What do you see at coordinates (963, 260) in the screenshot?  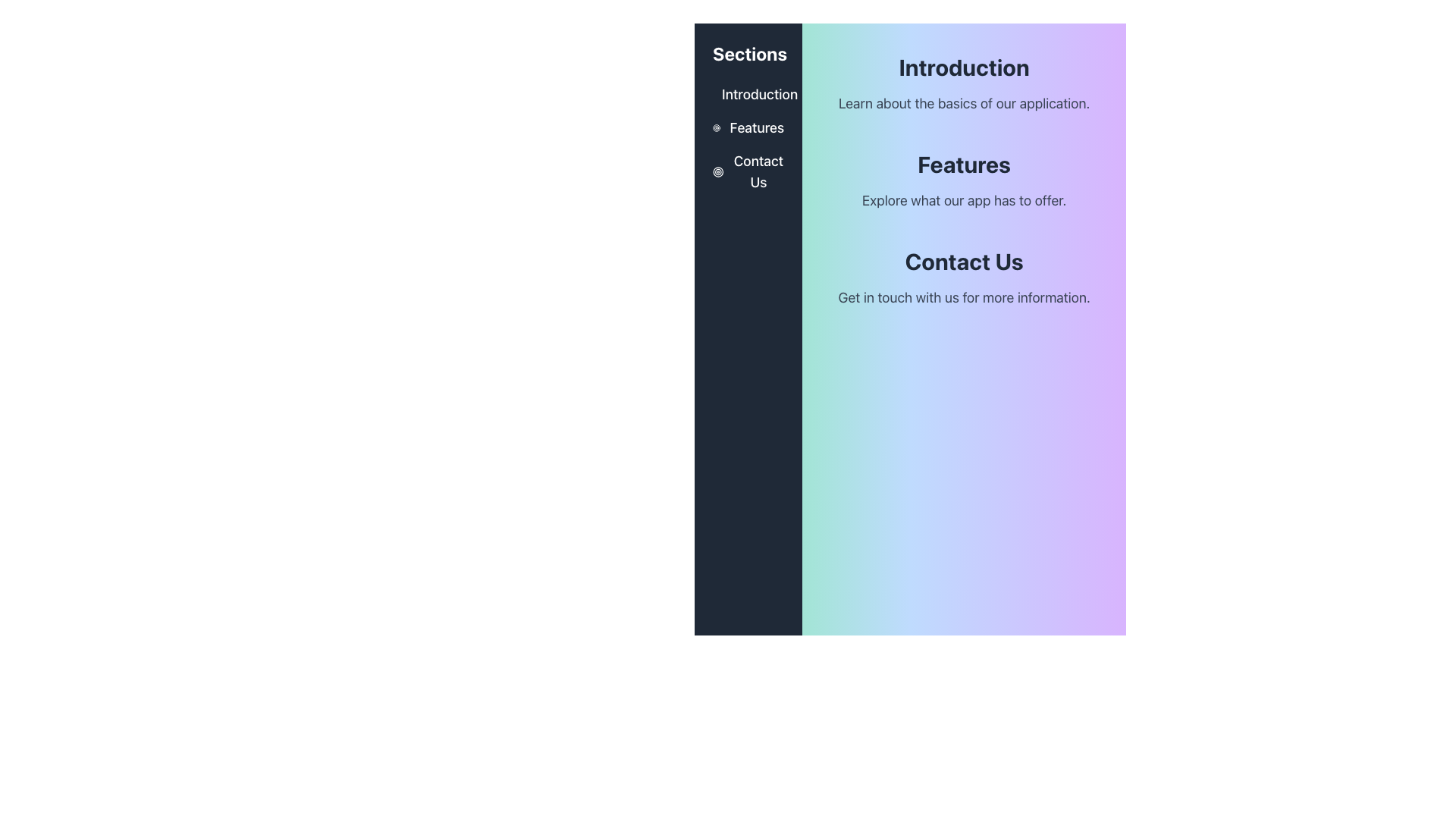 I see `the Static Text Label indicating the 'Contact Us' section, located near the bottom-center of the page` at bounding box center [963, 260].